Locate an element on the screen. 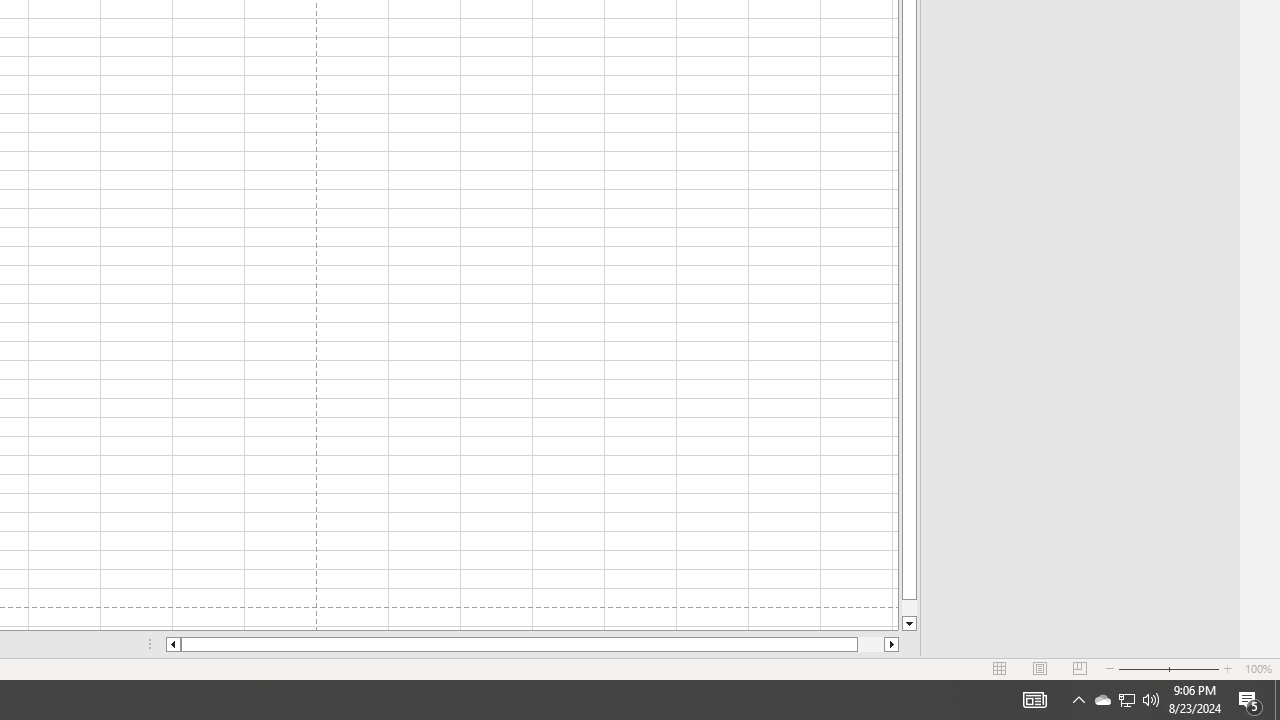  'Page right' is located at coordinates (871, 644).